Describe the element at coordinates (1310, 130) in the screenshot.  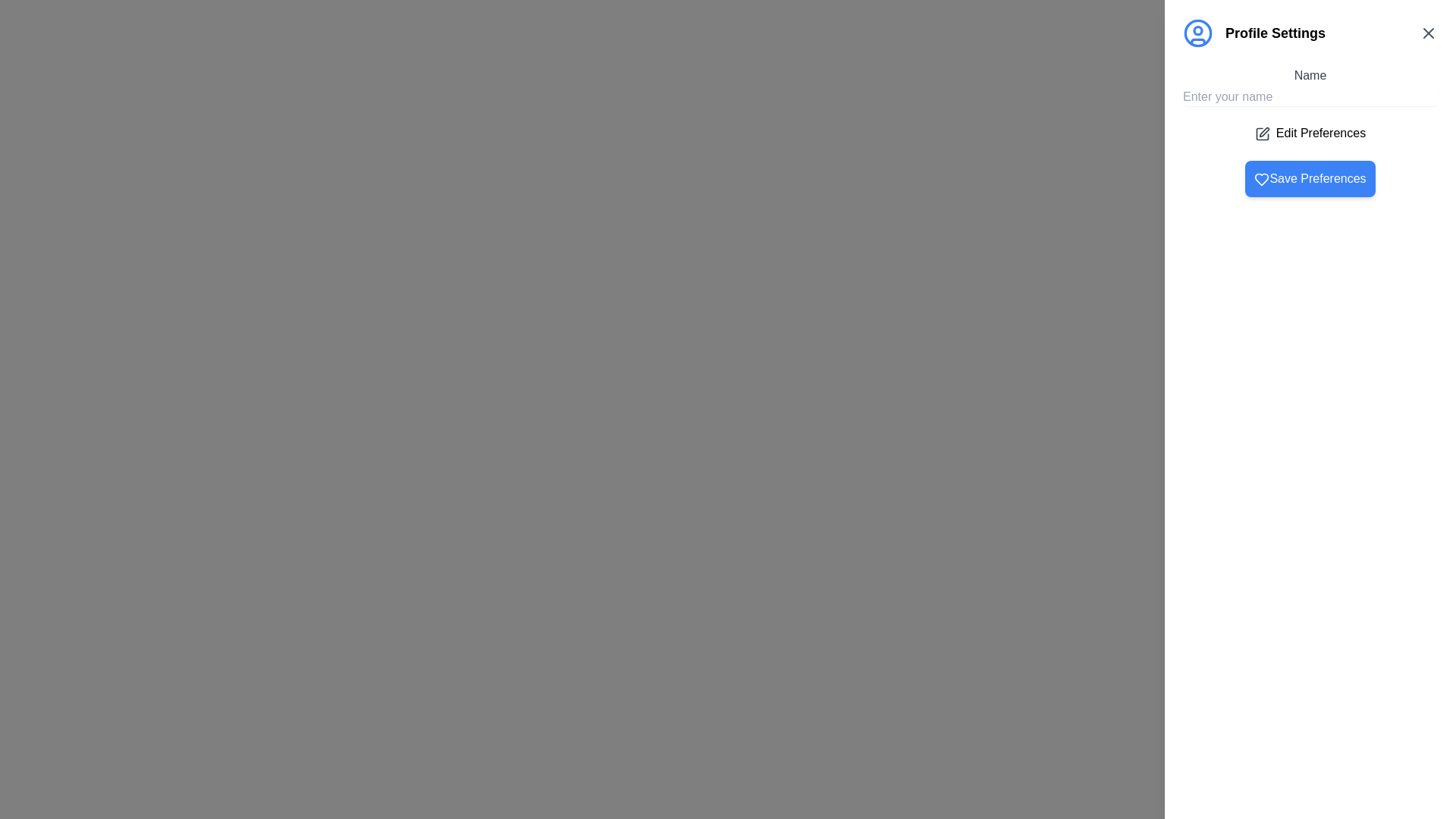
I see `the 'Edit Preferences' button located in the Profile Settings section, which includes a title label 'Name', an input field for entering a name, and buttons for editing and saving preferences` at that location.